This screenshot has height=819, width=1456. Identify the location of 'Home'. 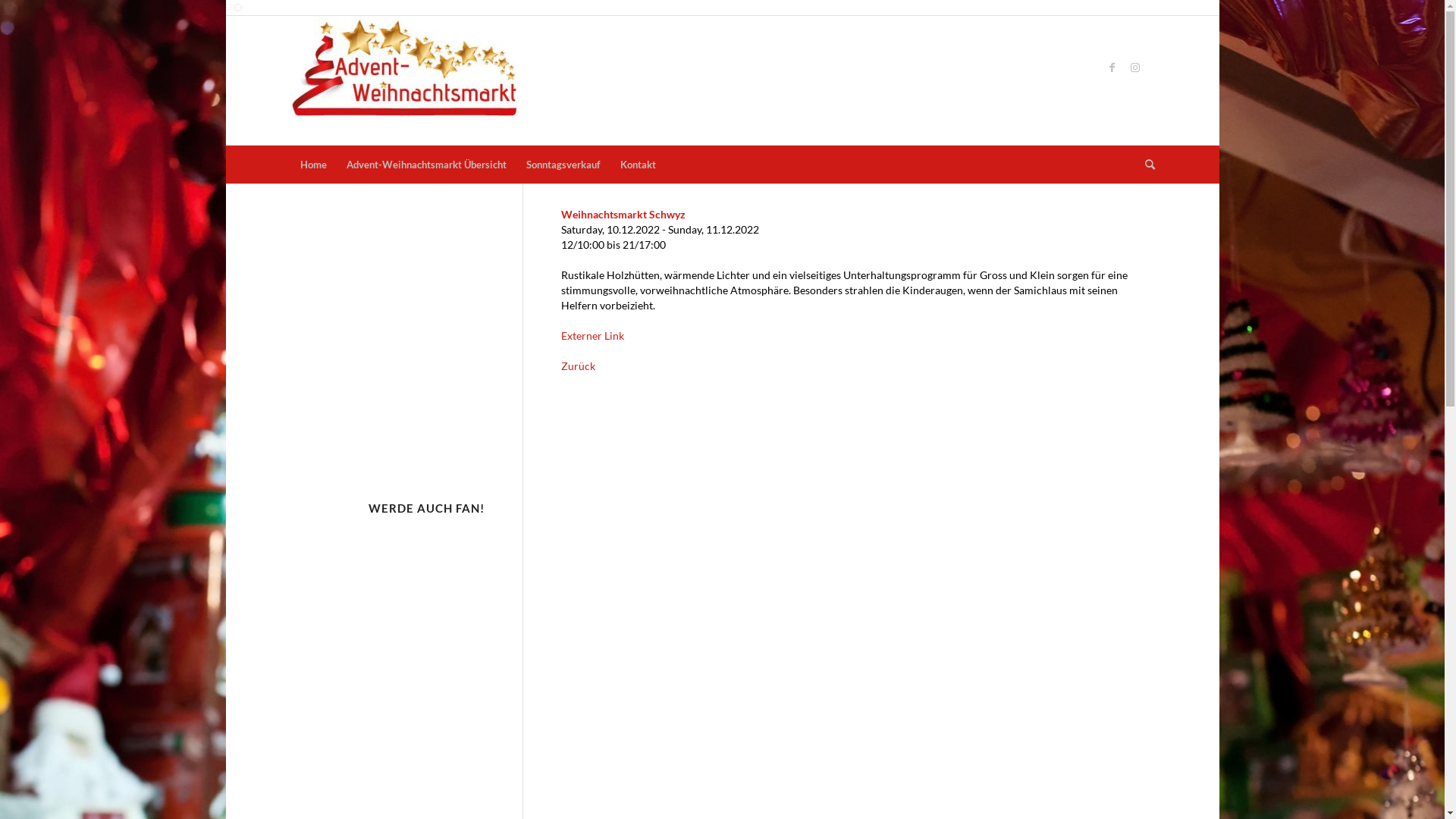
(290, 164).